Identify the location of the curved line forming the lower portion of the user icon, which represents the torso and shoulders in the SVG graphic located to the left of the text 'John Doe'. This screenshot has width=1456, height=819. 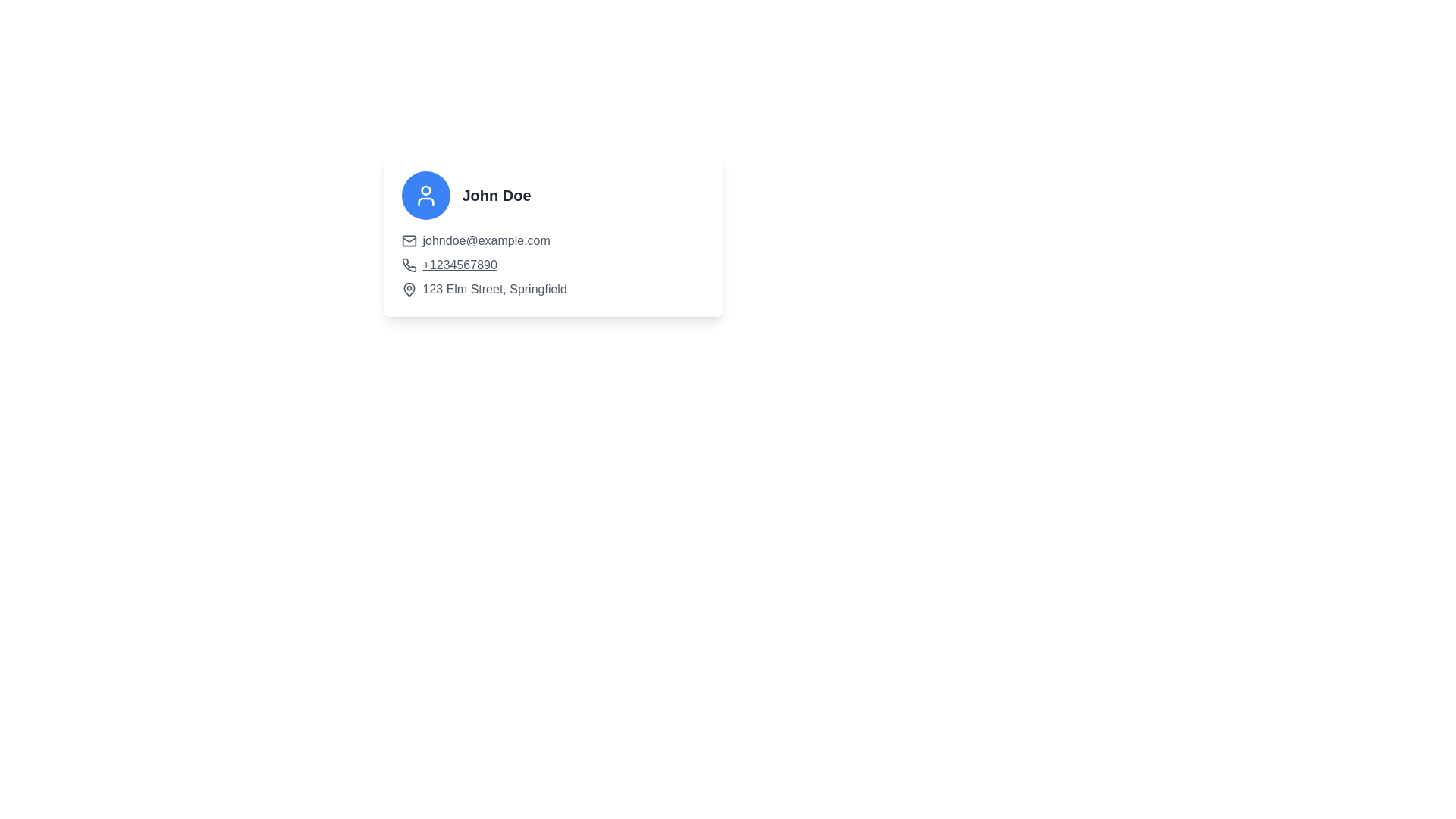
(425, 201).